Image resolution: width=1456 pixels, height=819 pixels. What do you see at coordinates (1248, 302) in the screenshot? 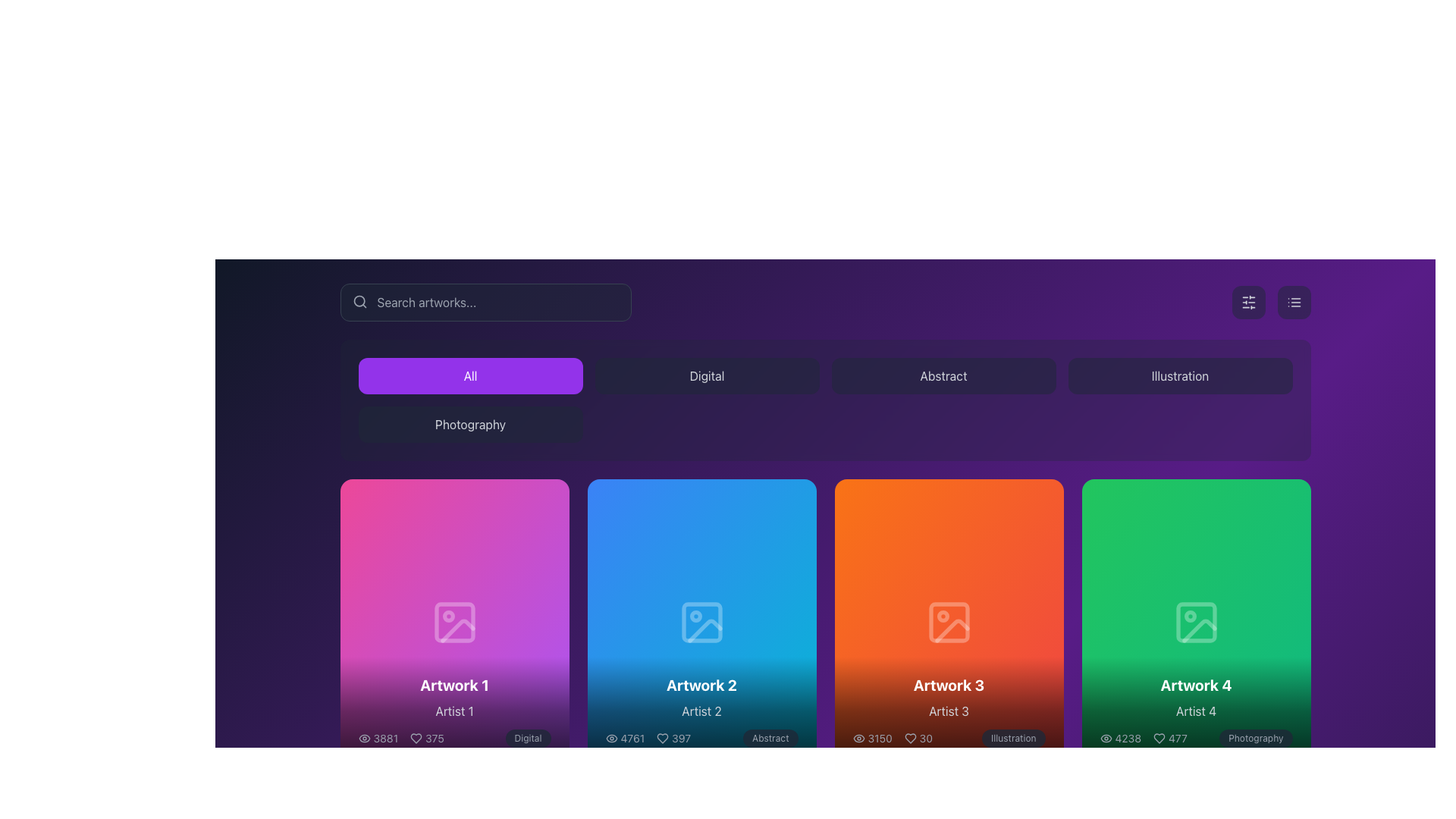
I see `the settings control button, which resembles horizontal sliders with circular handles, located in the top-right corner of the interface` at bounding box center [1248, 302].